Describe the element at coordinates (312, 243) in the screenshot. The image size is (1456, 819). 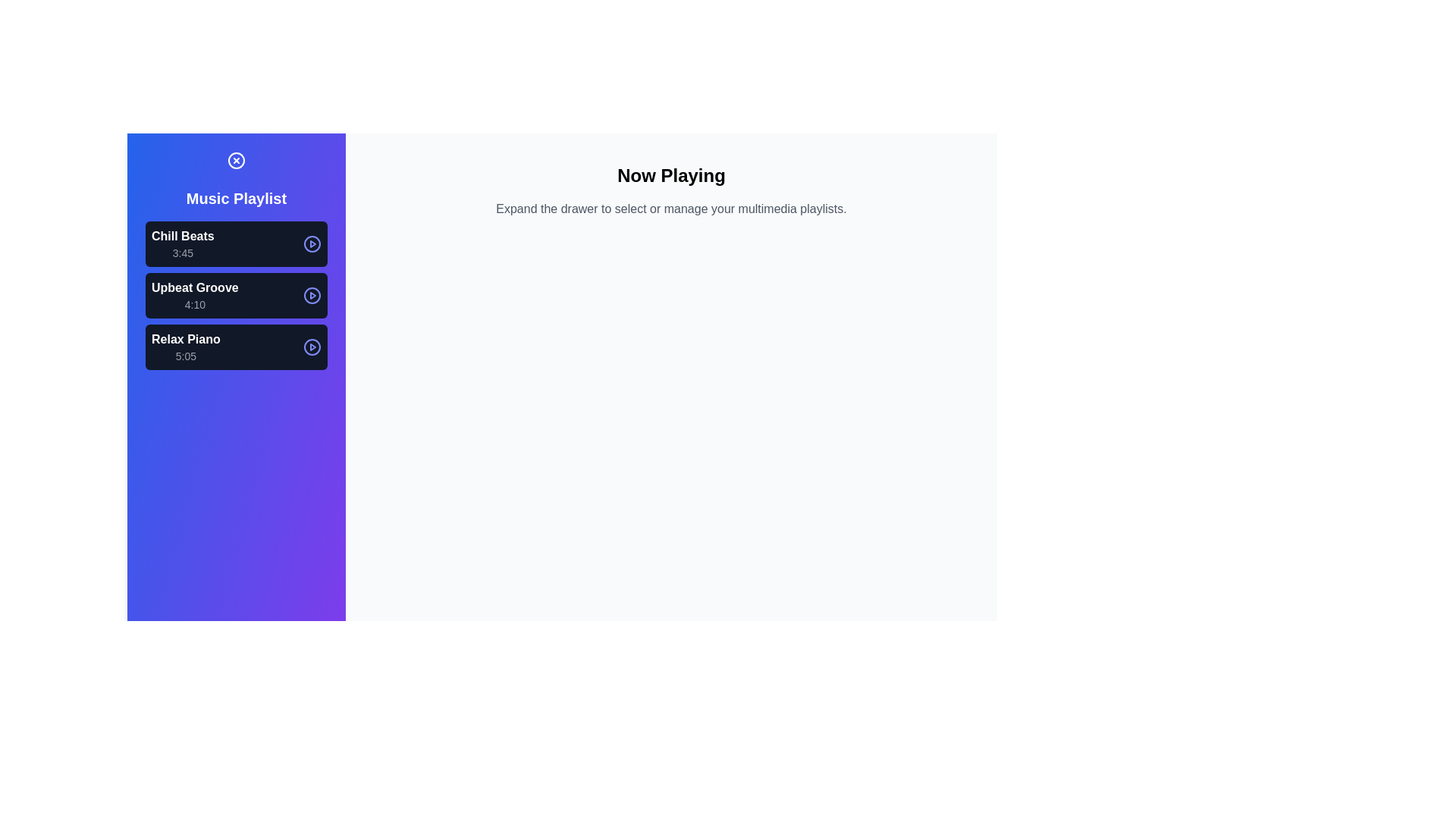
I see `the play/pause button for the track Chill Beats` at that location.